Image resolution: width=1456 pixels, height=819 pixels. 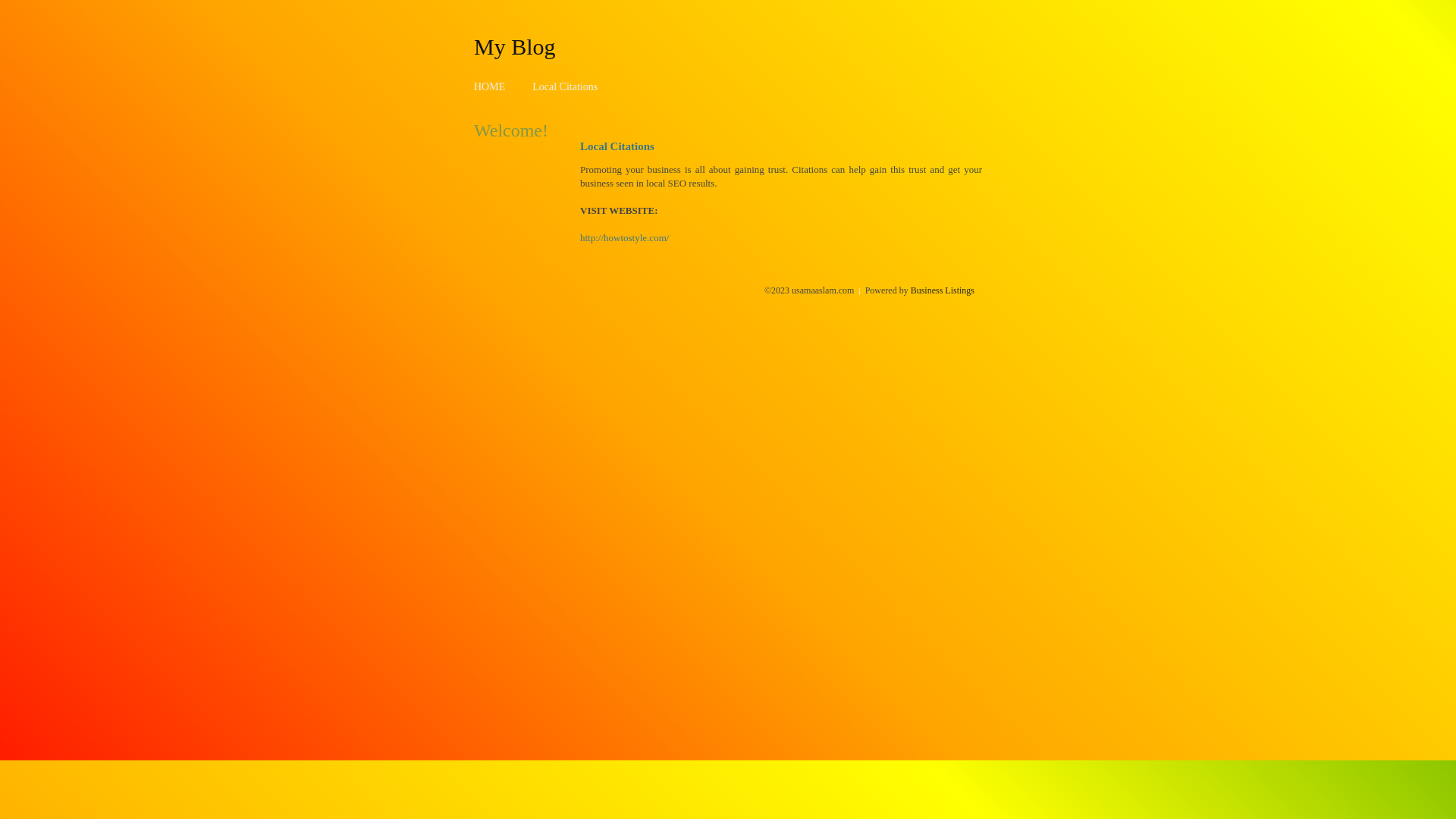 I want to click on 'http://howtostyle.com/', so click(x=624, y=237).